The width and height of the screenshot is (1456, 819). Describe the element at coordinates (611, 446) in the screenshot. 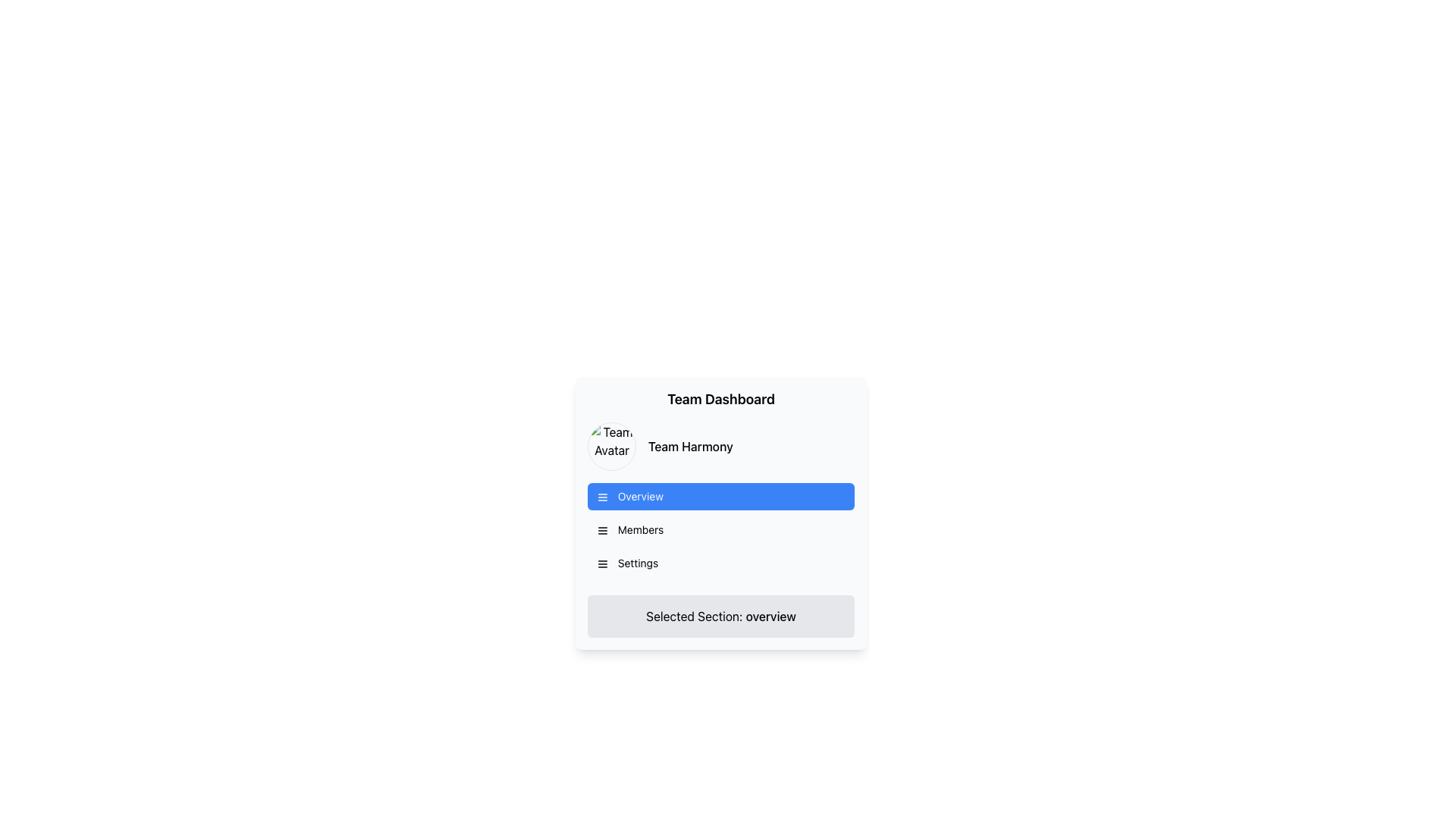

I see `the circular icon with a placeholder image and text reading 'Team Avatar', located on the left side of the team section header adjacent to 'Team Harmony'` at that location.